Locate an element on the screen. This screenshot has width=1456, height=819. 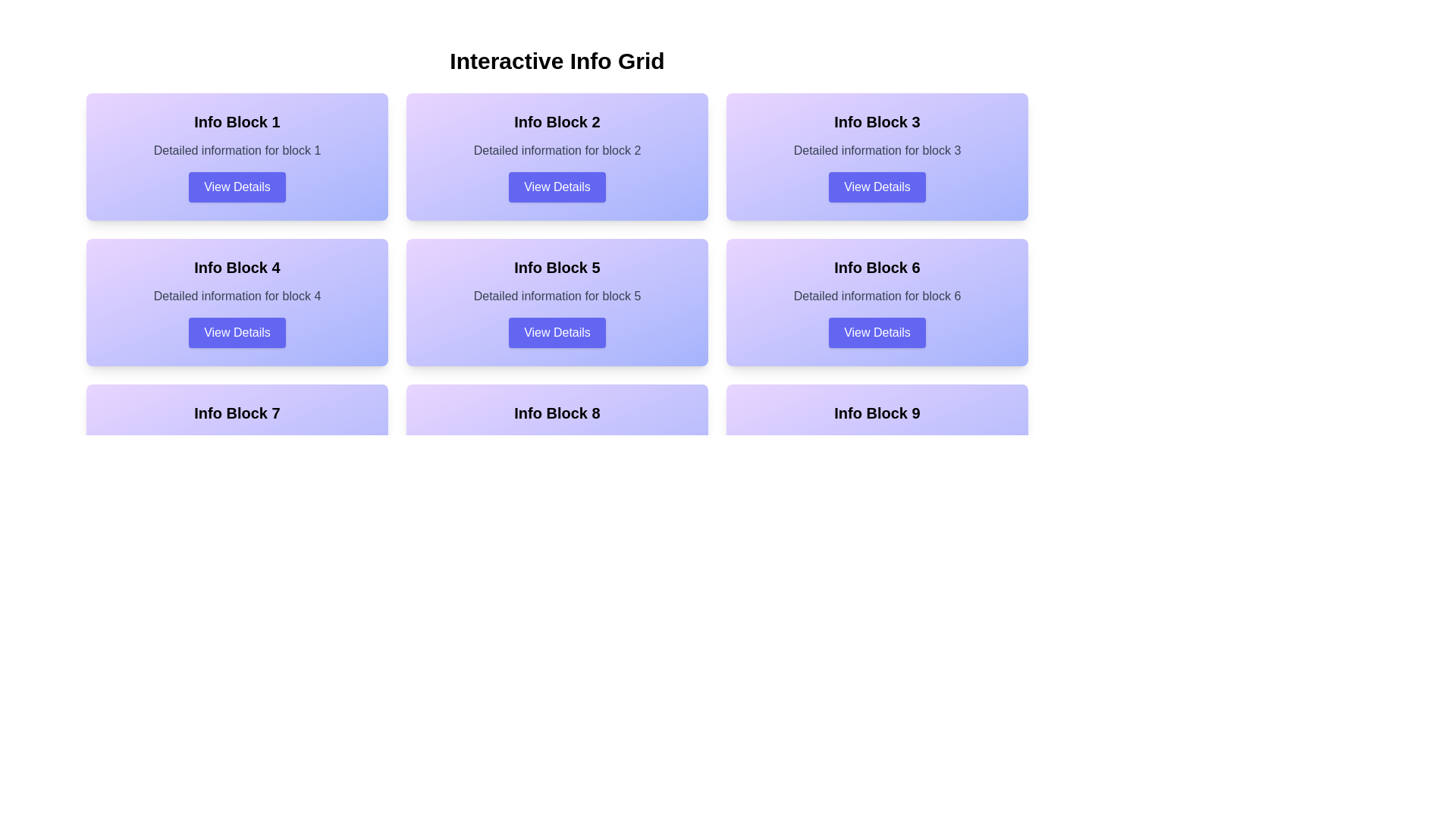
the 'View Details' button is located at coordinates (877, 186).